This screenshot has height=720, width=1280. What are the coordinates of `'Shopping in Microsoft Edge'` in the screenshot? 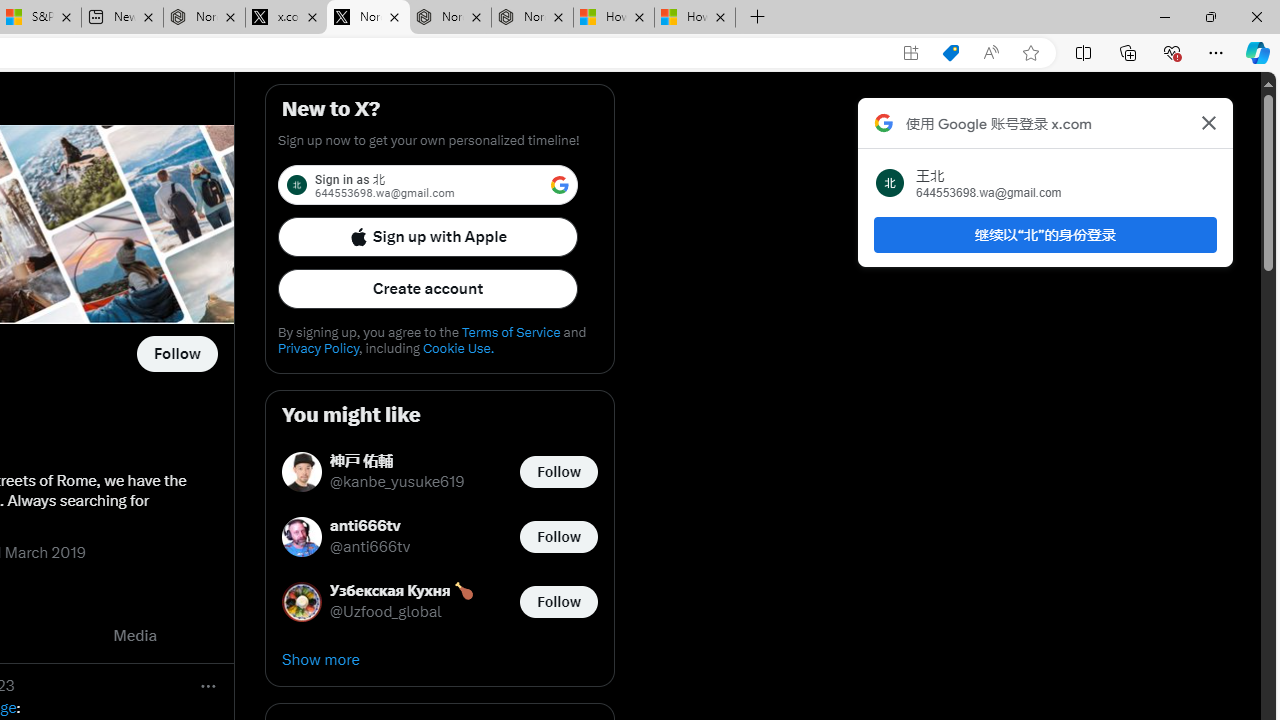 It's located at (950, 52).